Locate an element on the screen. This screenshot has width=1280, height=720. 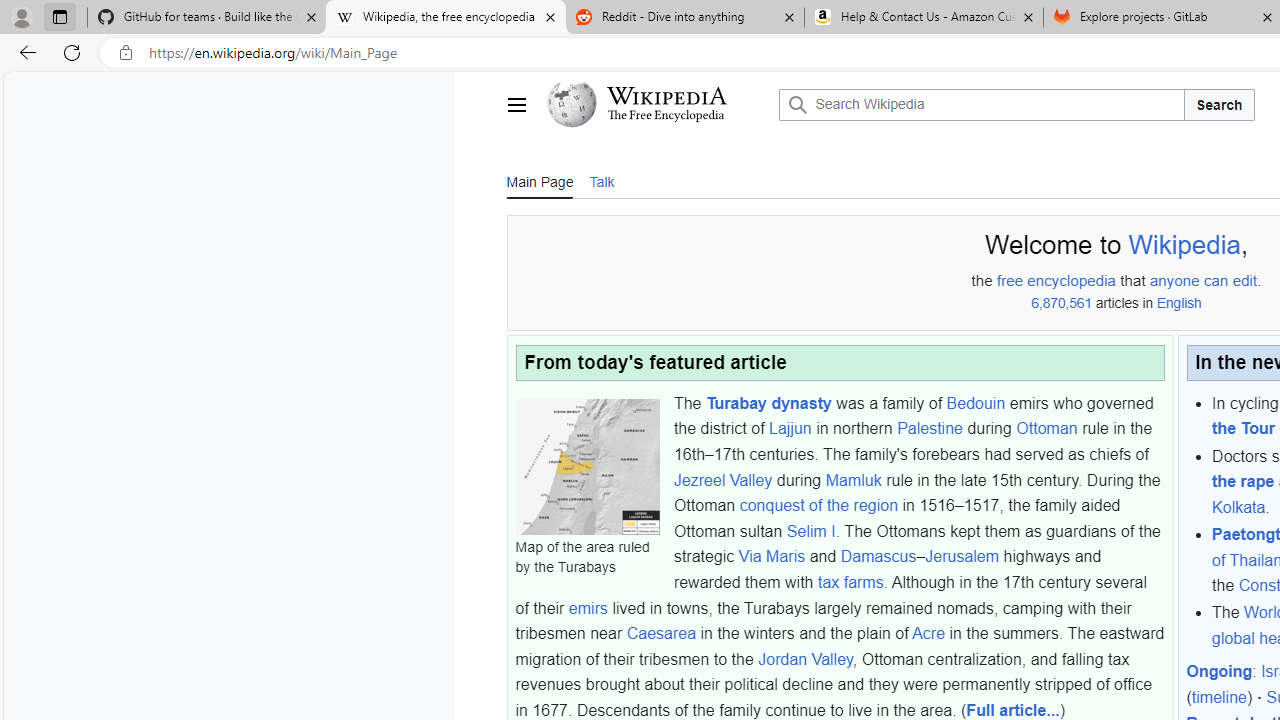
'timeline' is located at coordinates (1217, 697).